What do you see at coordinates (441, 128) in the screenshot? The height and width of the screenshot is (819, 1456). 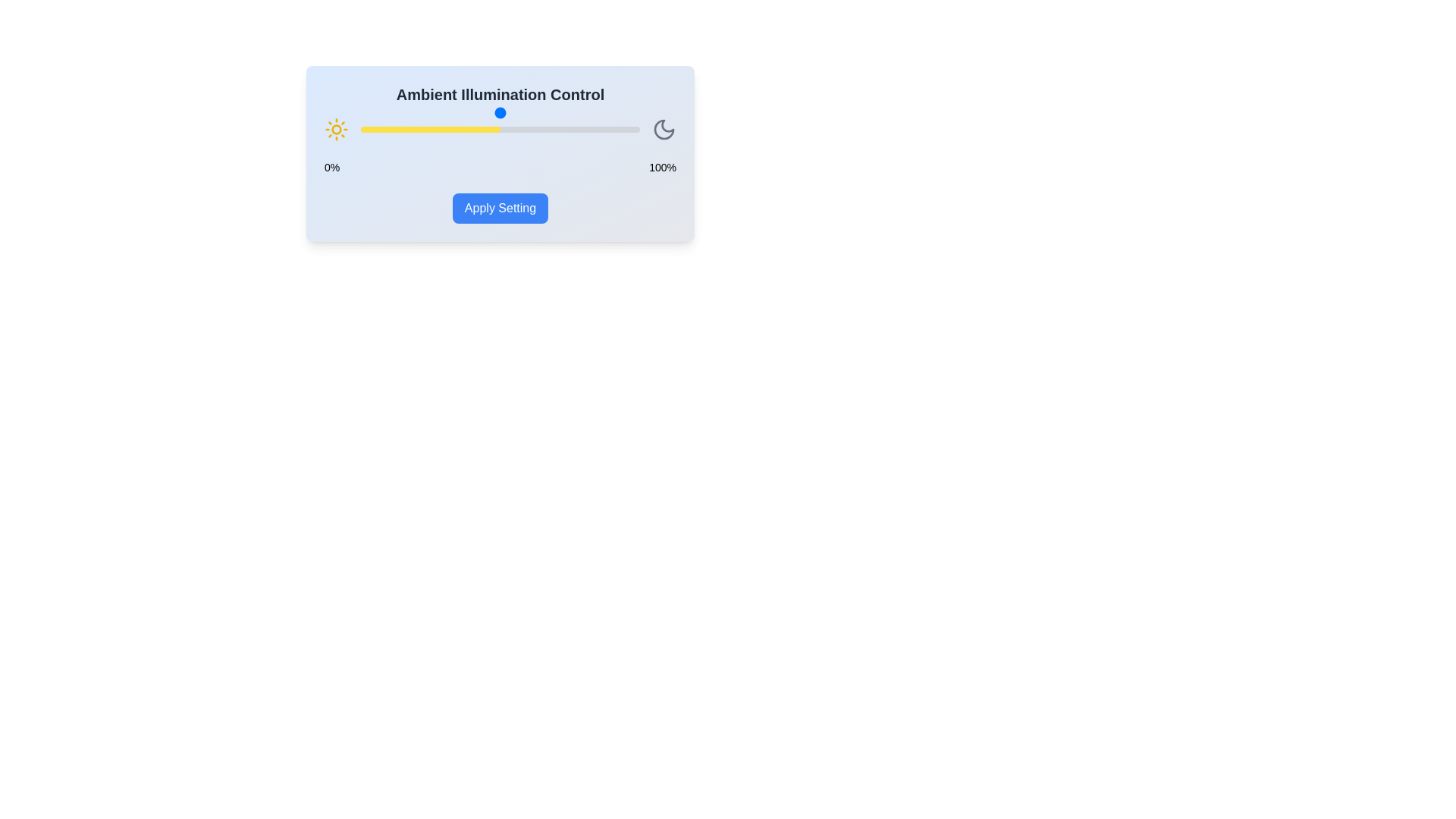 I see `the slider to set the illumination level to 29%` at bounding box center [441, 128].